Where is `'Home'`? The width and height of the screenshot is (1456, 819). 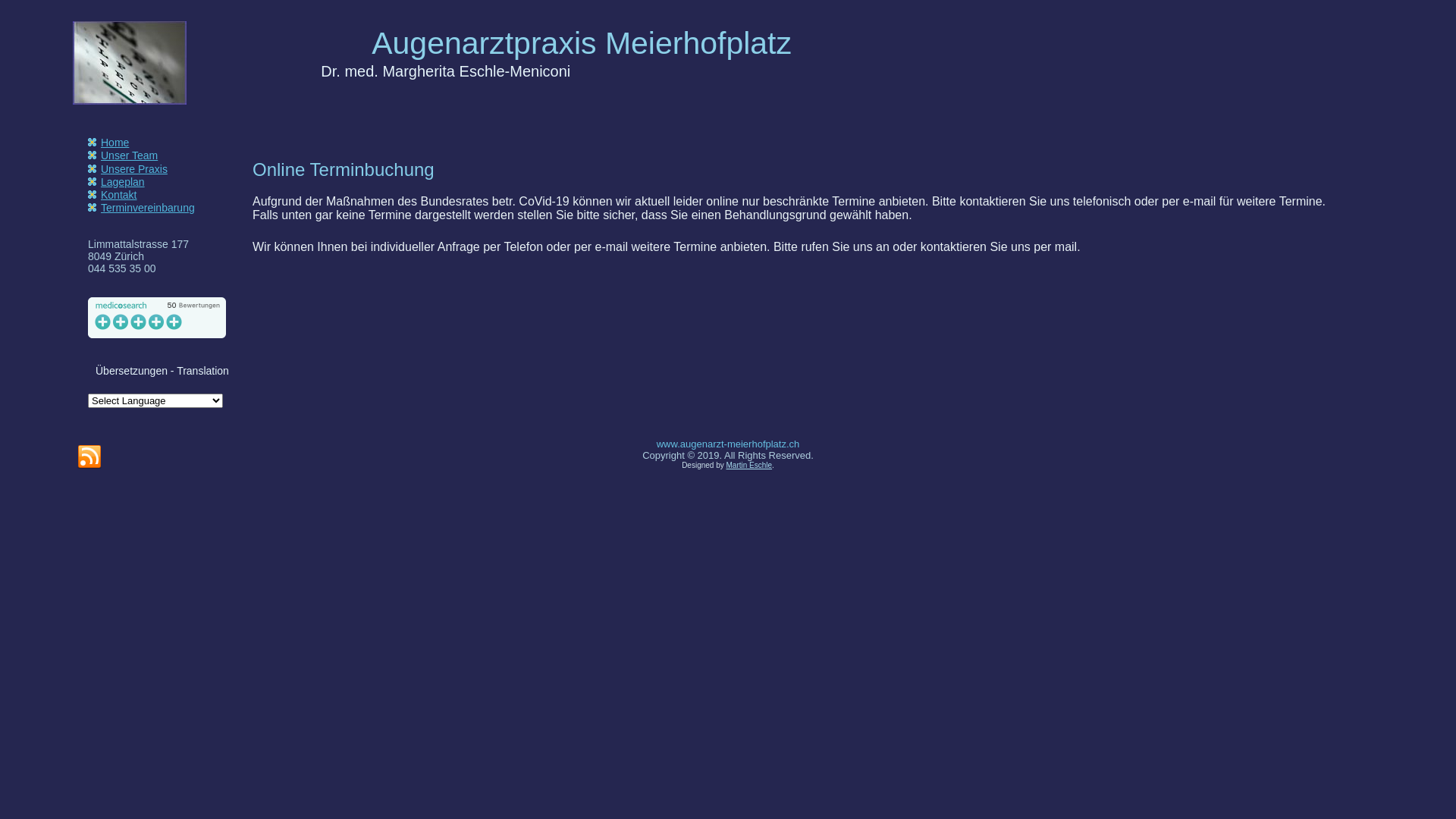 'Home' is located at coordinates (114, 143).